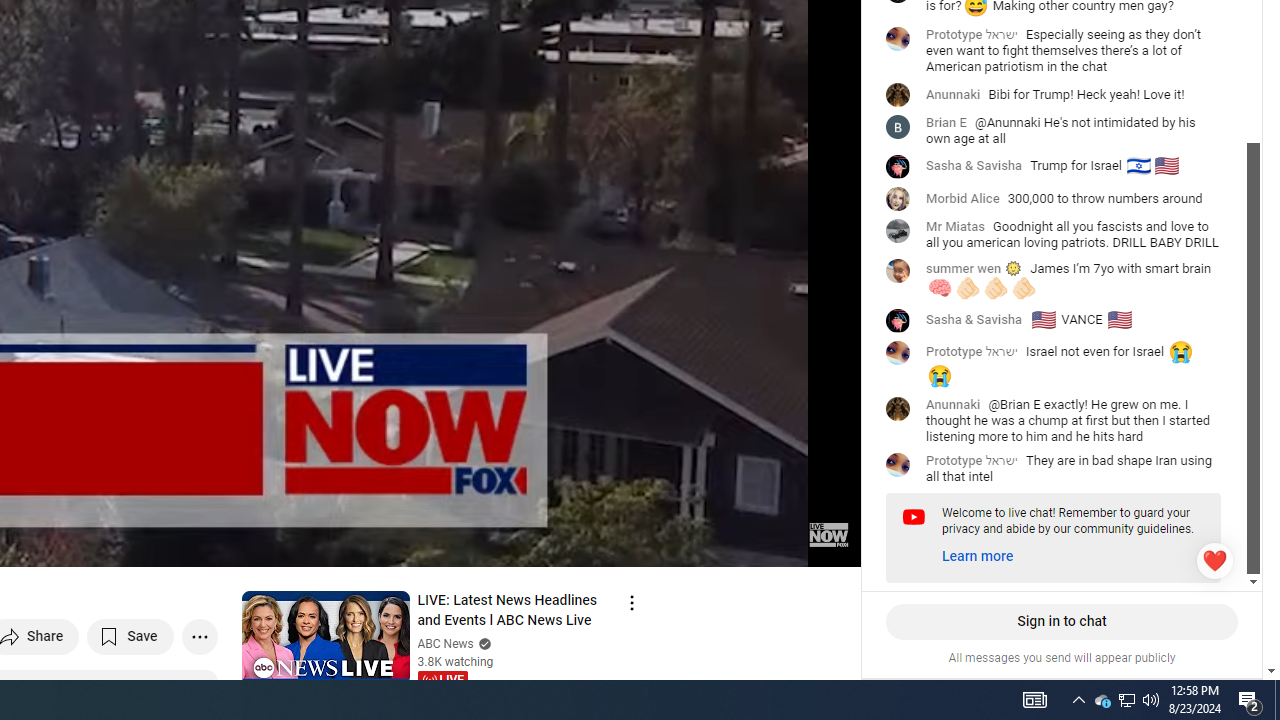  Describe the element at coordinates (1060, 621) in the screenshot. I see `'Sign in to chat'` at that location.